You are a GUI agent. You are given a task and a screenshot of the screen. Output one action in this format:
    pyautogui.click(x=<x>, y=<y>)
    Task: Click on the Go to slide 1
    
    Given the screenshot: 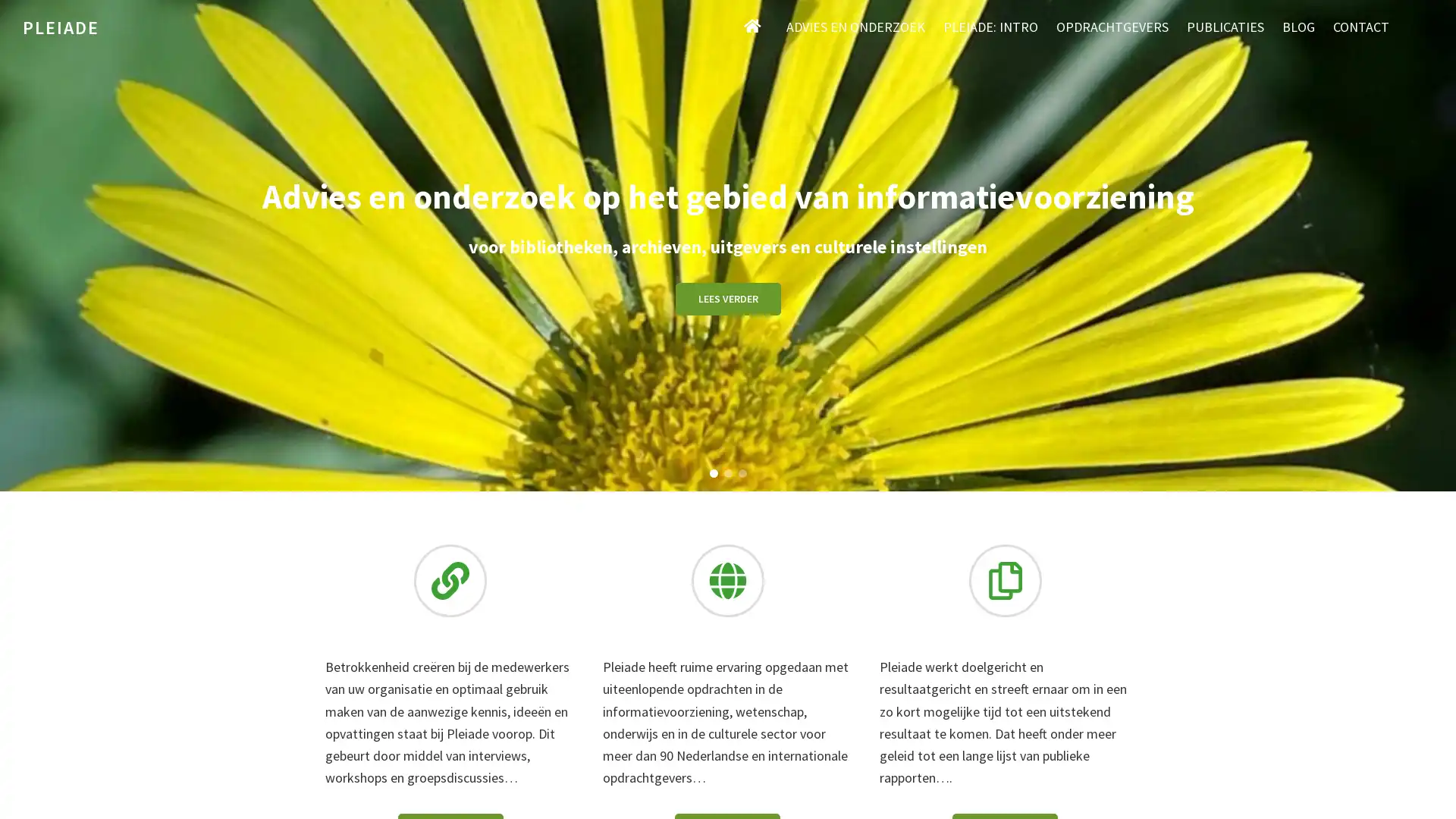 What is the action you would take?
    pyautogui.click(x=712, y=472)
    